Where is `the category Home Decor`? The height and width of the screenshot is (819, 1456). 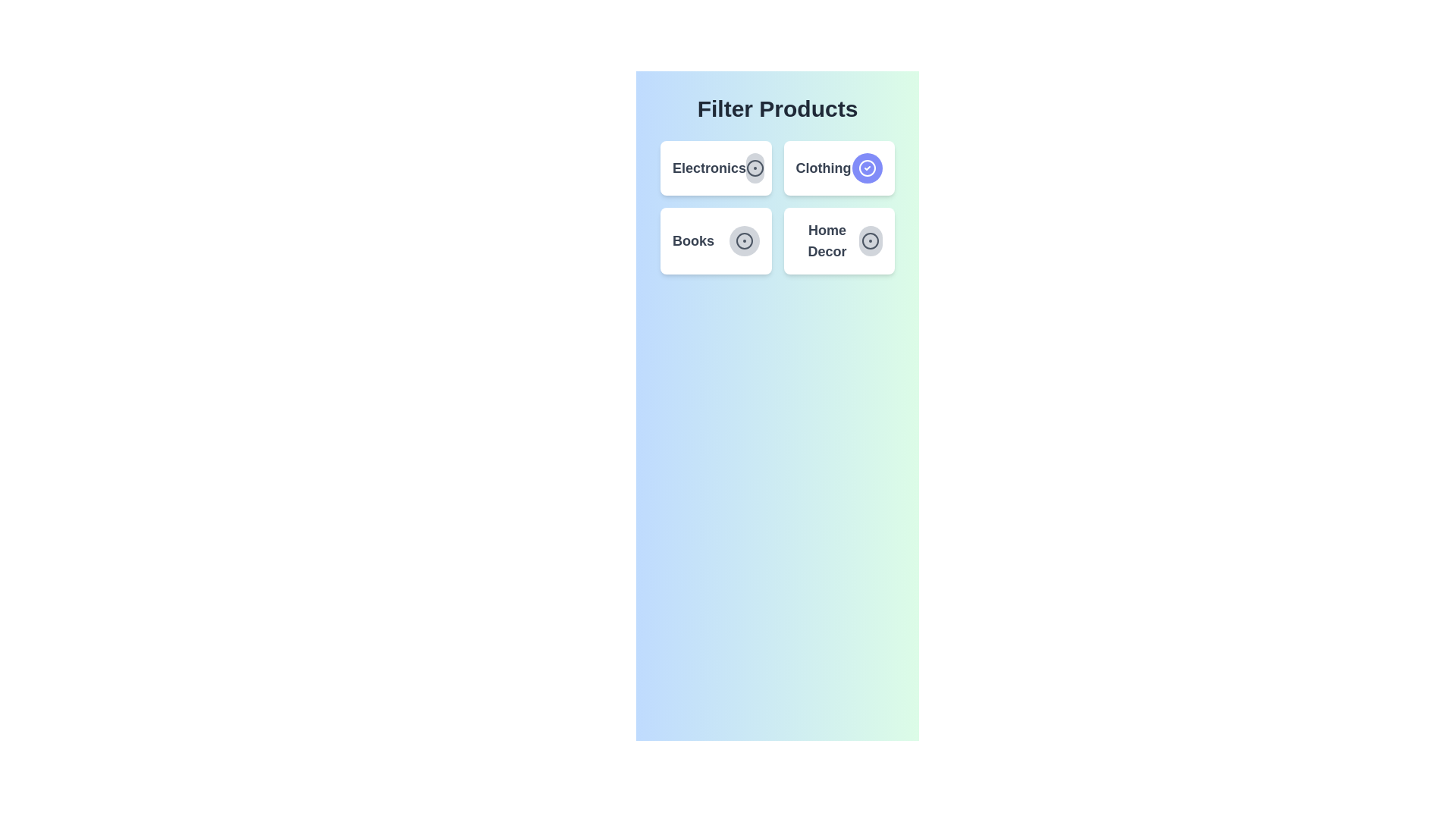
the category Home Decor is located at coordinates (870, 240).